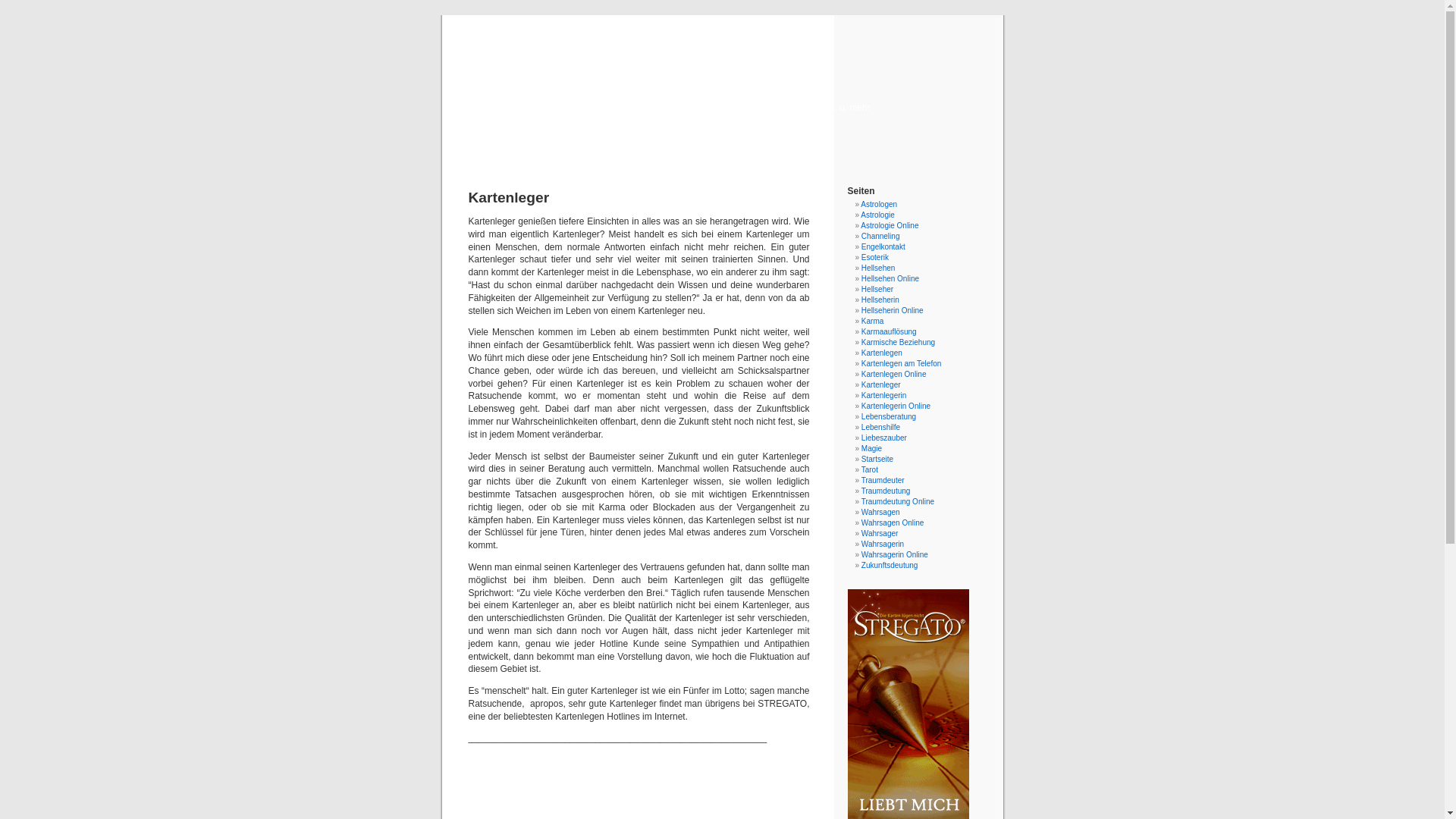 Image resolution: width=1456 pixels, height=819 pixels. What do you see at coordinates (880, 236) in the screenshot?
I see `'Channeling'` at bounding box center [880, 236].